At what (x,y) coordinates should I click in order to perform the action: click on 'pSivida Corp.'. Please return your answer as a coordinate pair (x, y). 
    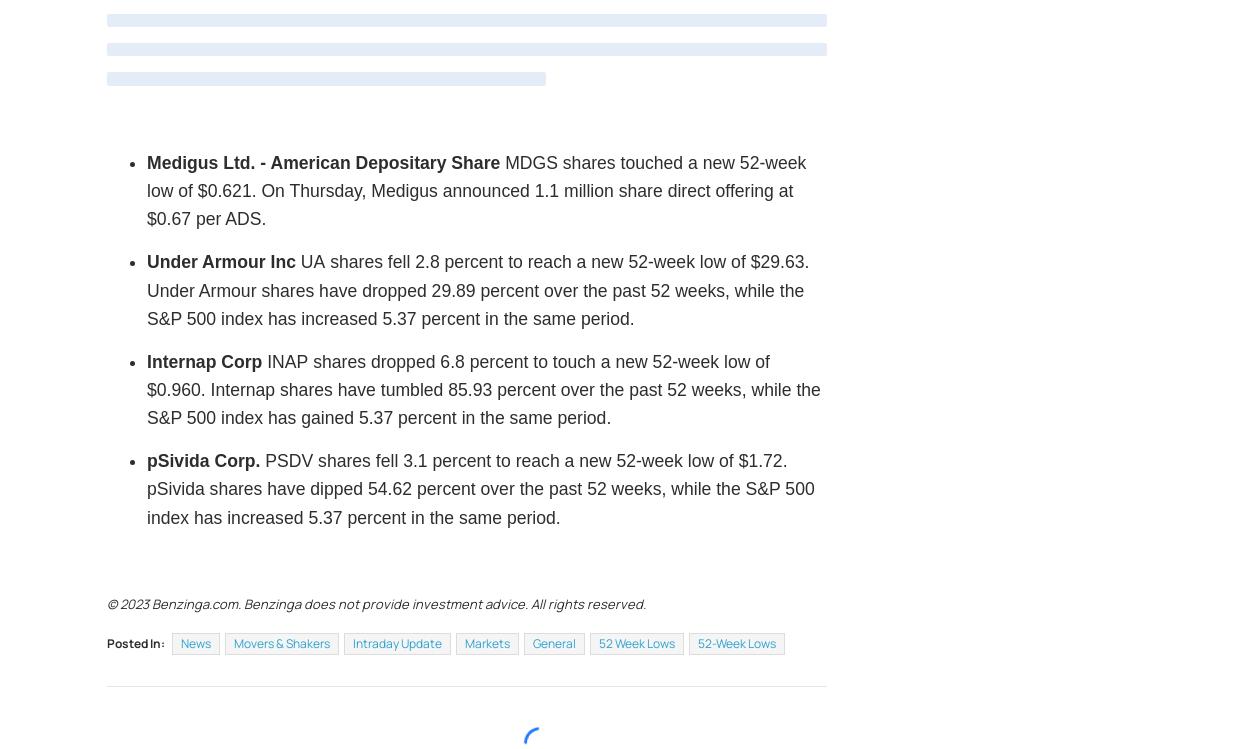
    Looking at the image, I should click on (205, 461).